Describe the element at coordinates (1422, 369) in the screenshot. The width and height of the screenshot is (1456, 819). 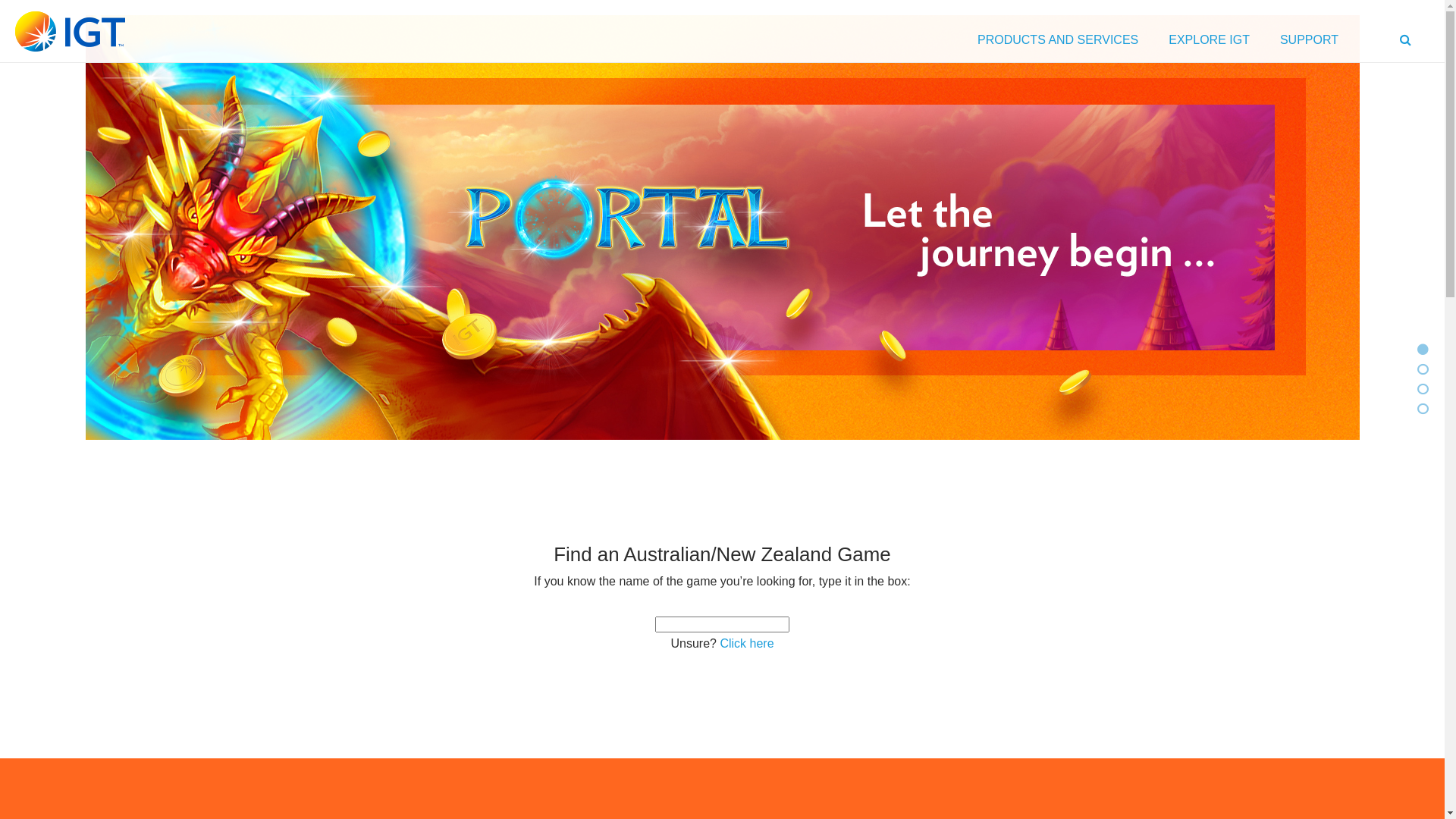
I see `'Find a Game'` at that location.